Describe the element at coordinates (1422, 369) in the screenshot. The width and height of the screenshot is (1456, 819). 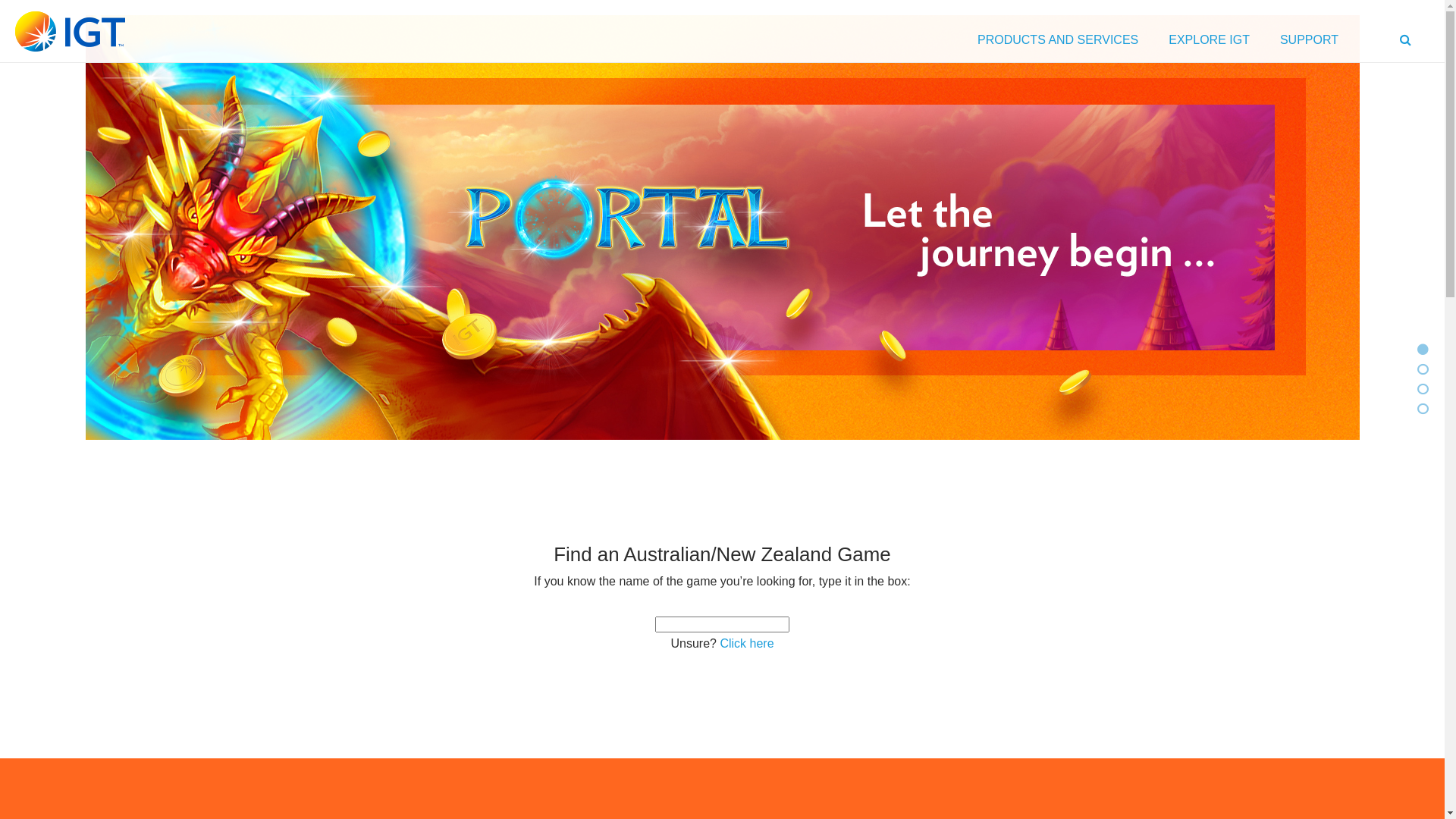
I see `'Find a Game'` at that location.